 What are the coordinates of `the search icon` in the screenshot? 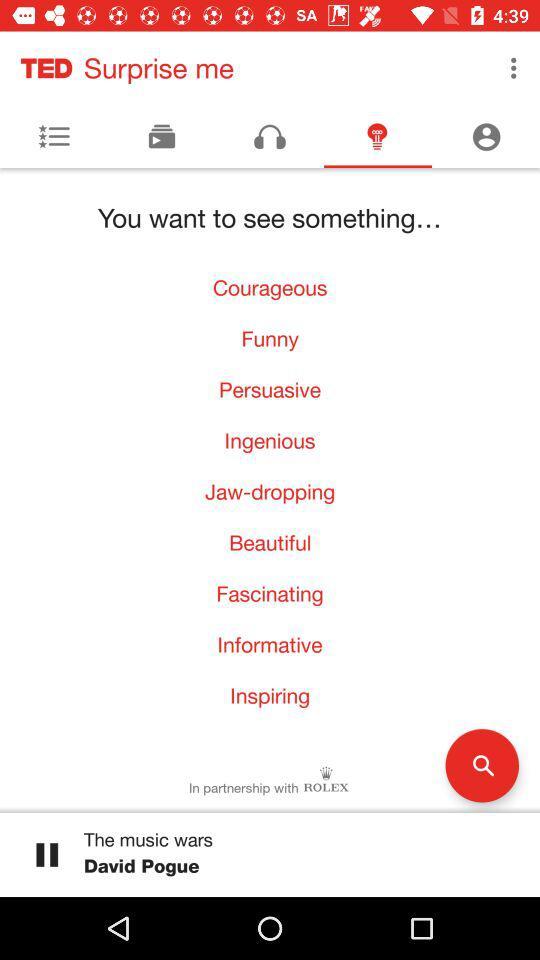 It's located at (481, 764).